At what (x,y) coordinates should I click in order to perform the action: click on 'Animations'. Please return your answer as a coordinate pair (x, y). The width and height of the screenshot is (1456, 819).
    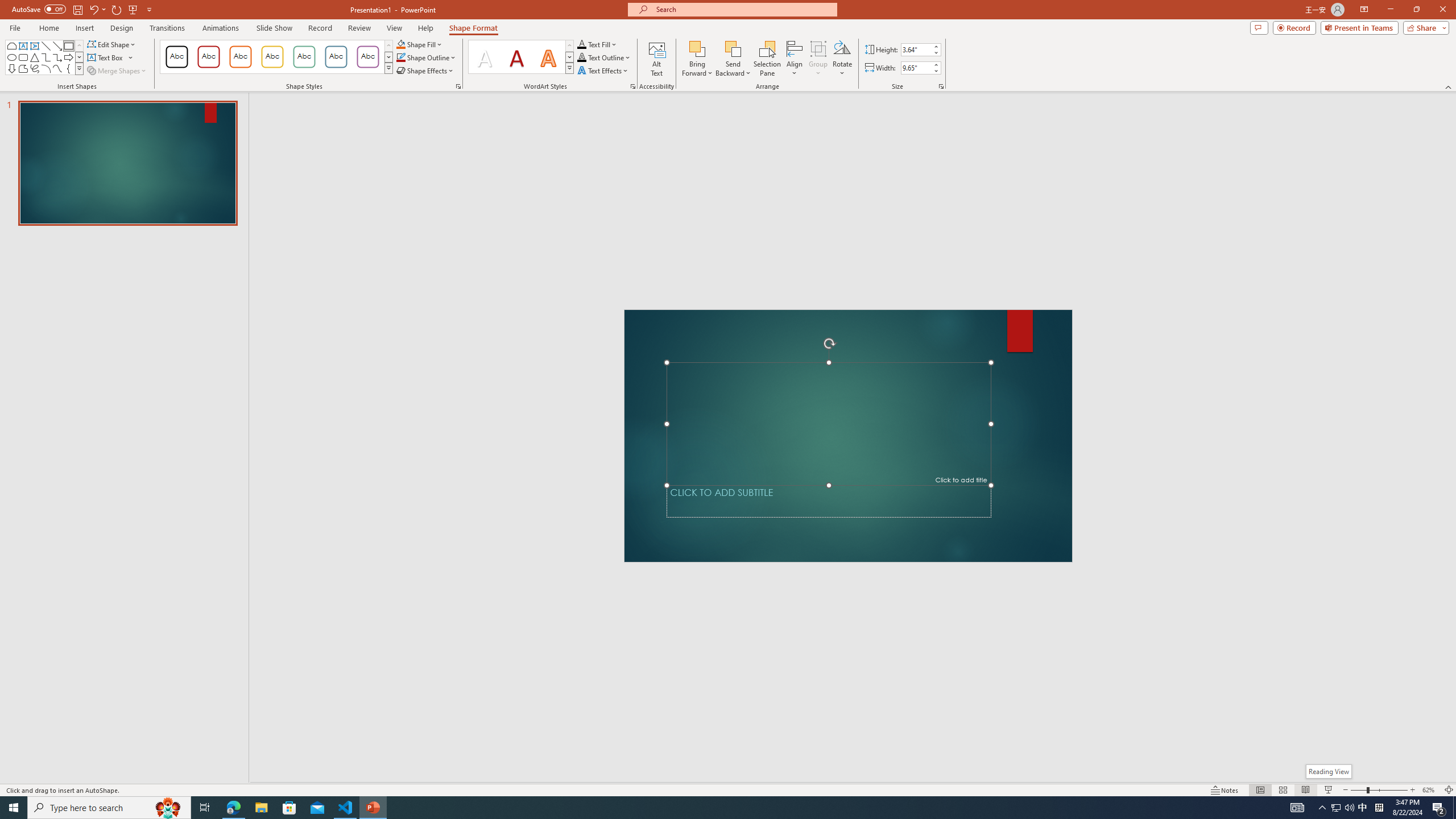
    Looking at the image, I should click on (220, 28).